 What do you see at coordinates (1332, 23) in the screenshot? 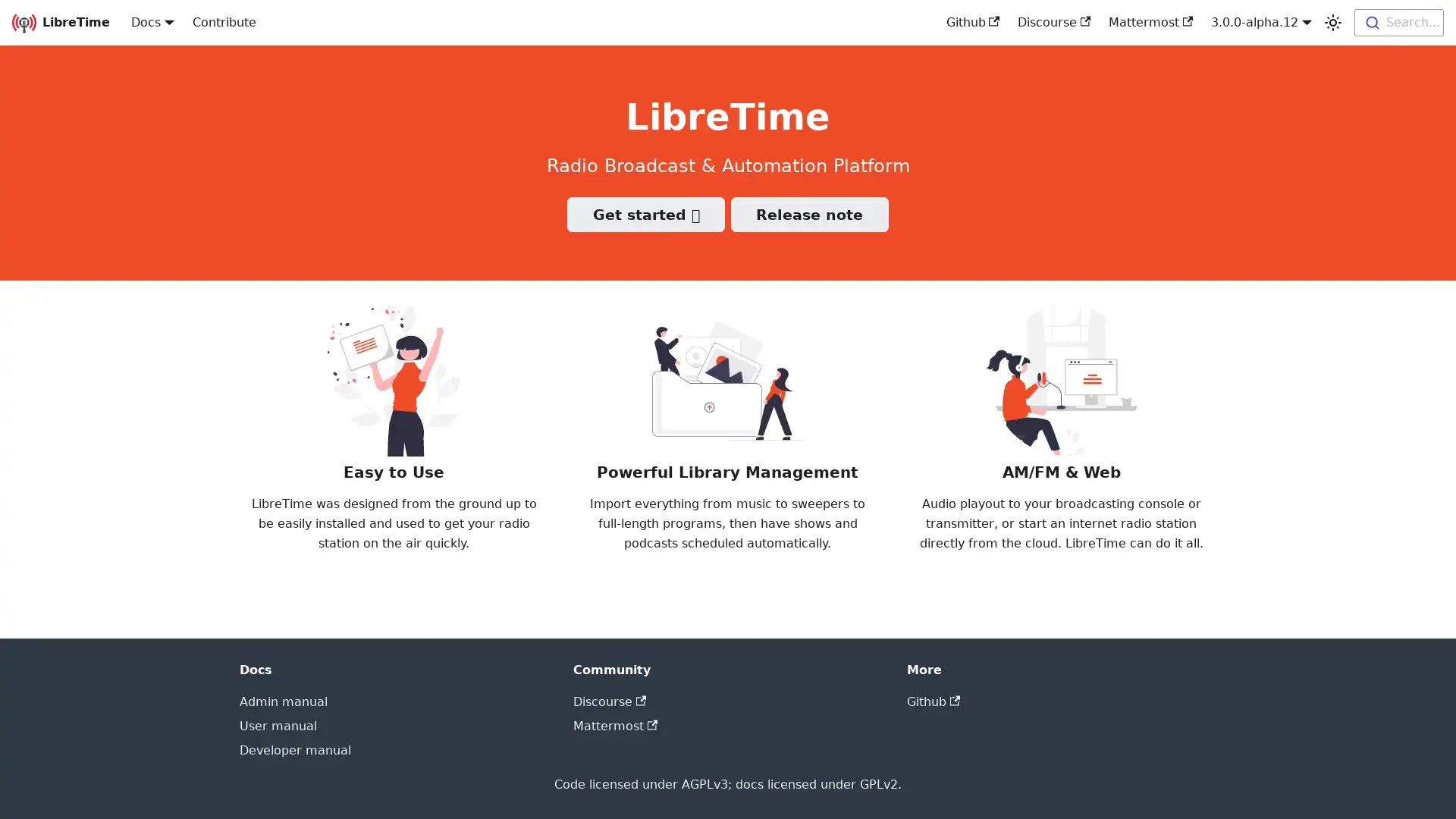
I see `Switch between dark and light mode (currently light mode)` at bounding box center [1332, 23].